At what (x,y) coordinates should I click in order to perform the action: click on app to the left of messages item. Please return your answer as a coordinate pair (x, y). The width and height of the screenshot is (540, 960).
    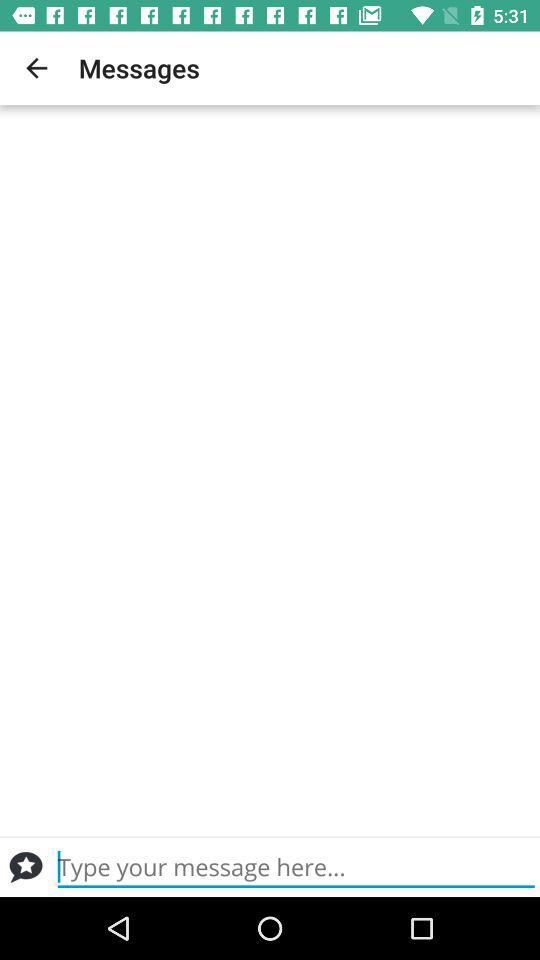
    Looking at the image, I should click on (36, 68).